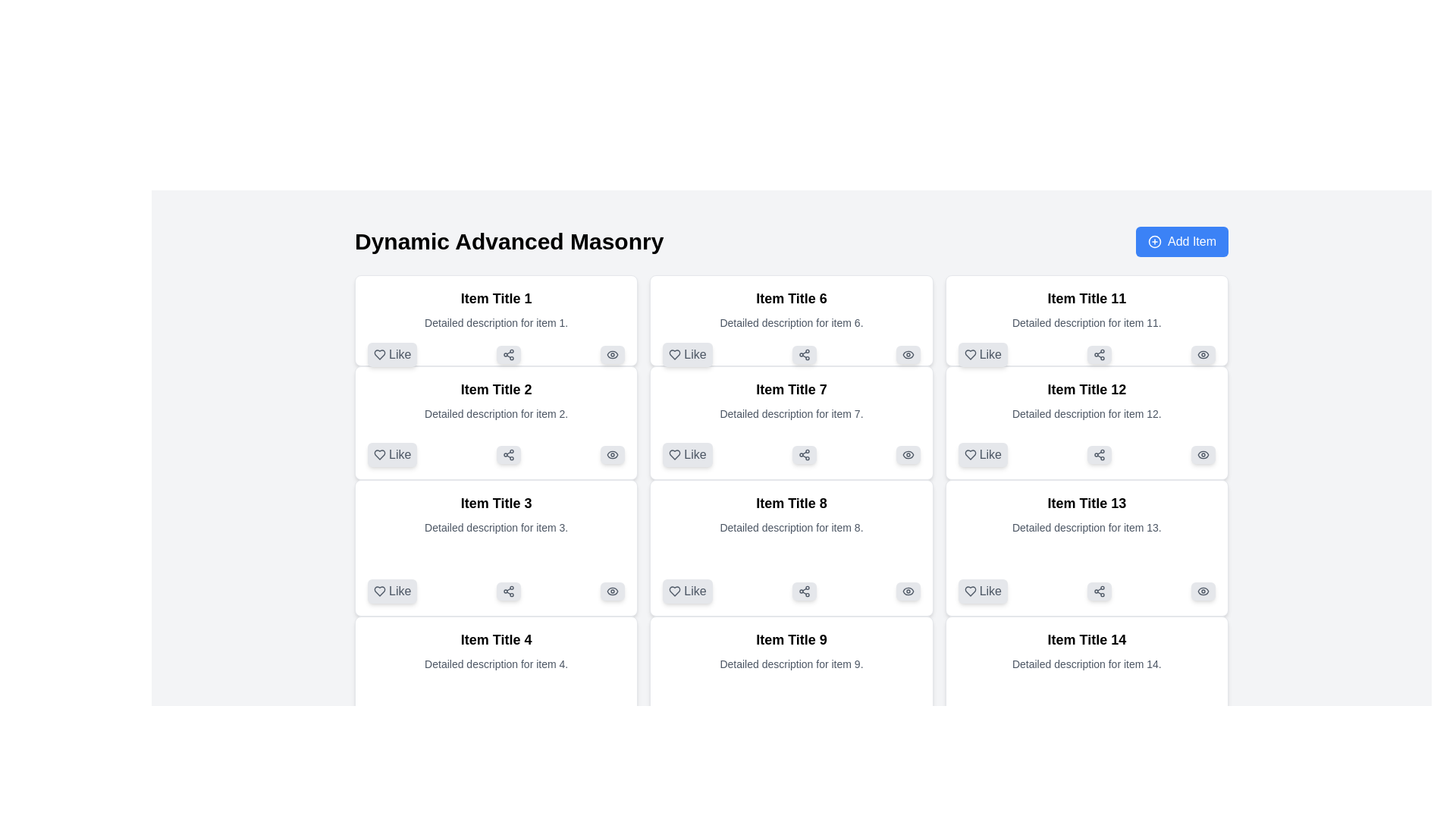 The width and height of the screenshot is (1456, 819). What do you see at coordinates (674, 454) in the screenshot?
I see `the 'Like' button located at the bottom-left corner of the card titled 'Item Title 7'` at bounding box center [674, 454].